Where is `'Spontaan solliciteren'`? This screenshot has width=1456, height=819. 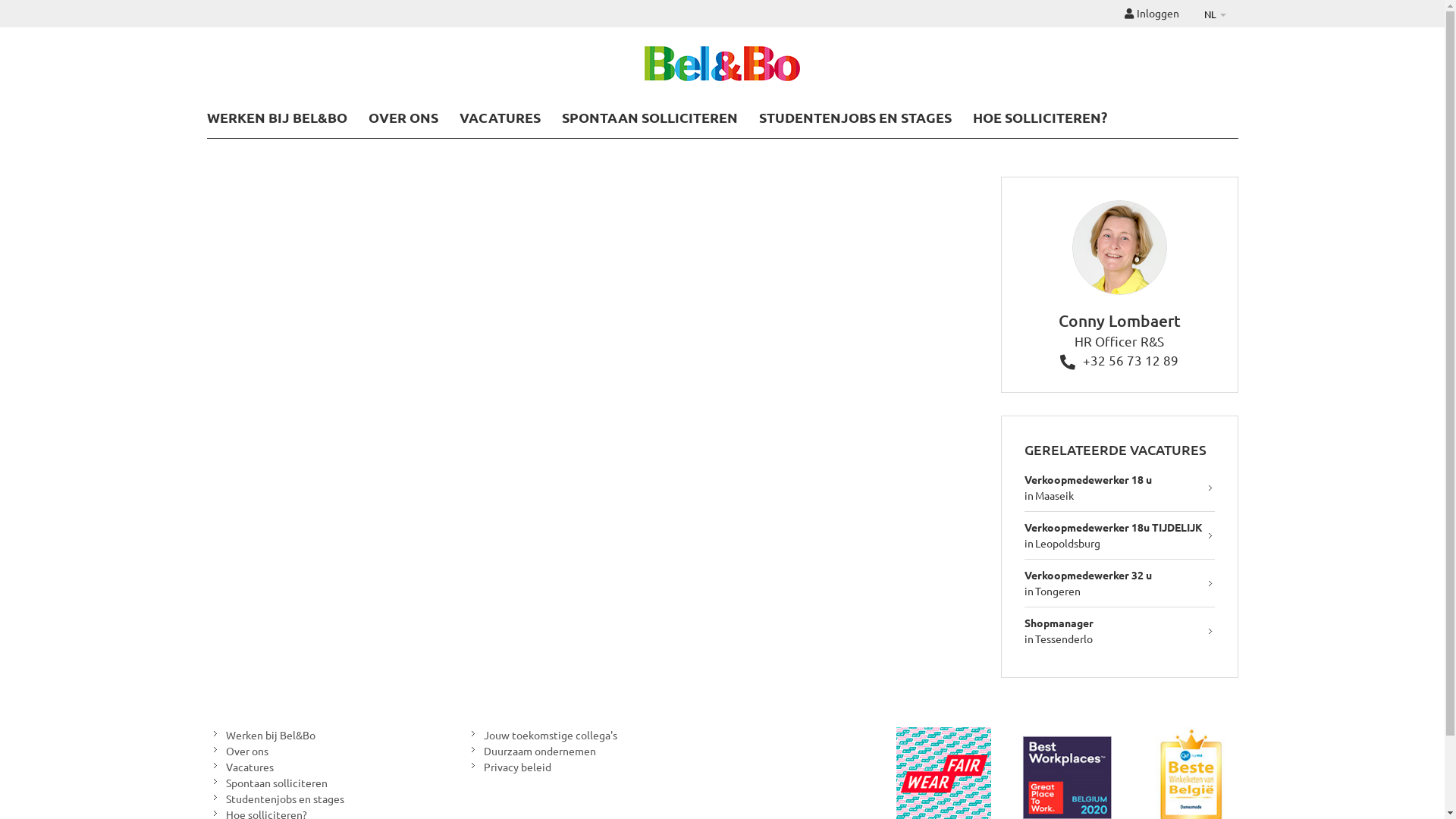
'Spontaan solliciteren' is located at coordinates (206, 783).